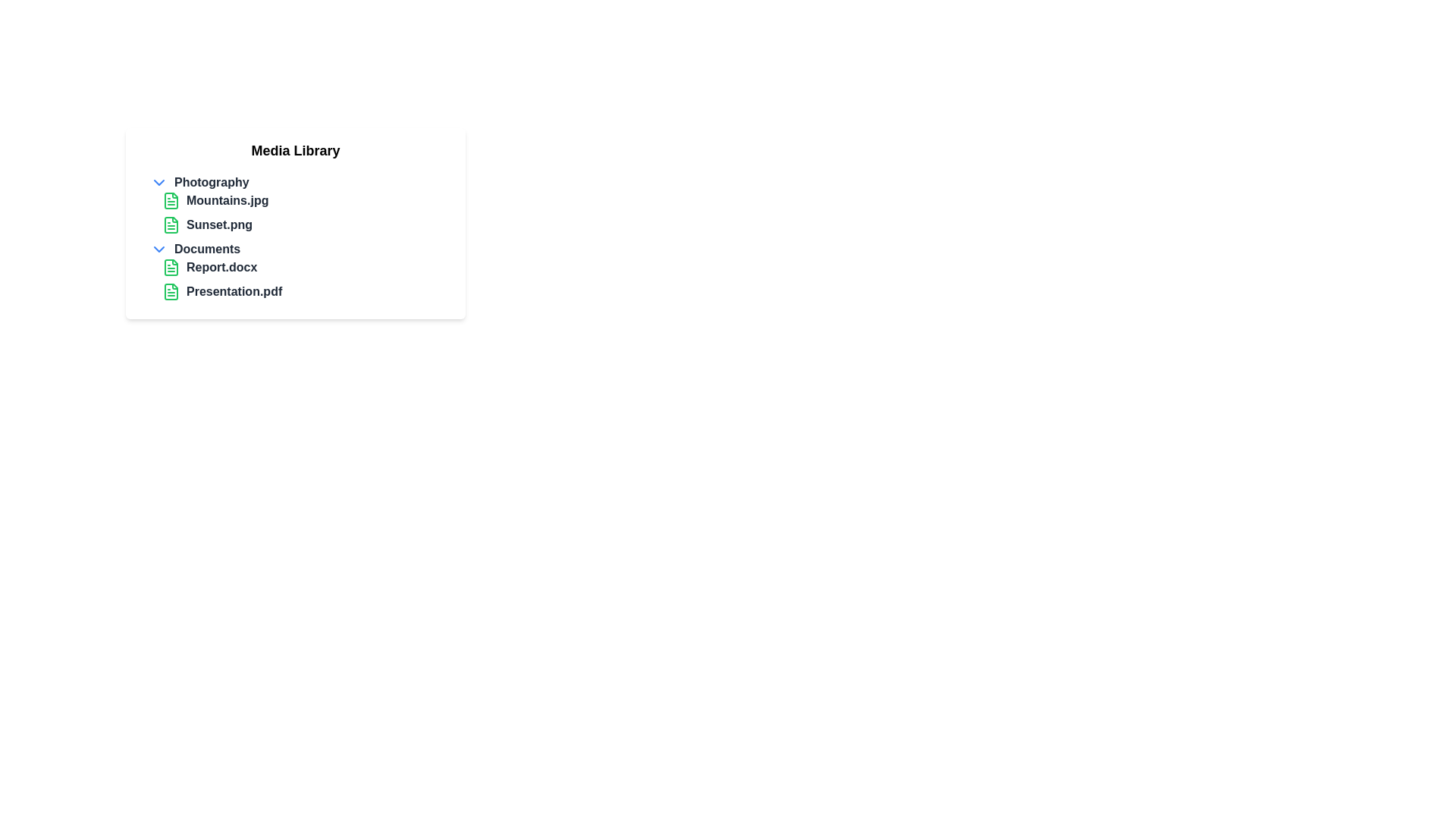 The height and width of the screenshot is (819, 1456). What do you see at coordinates (159, 181) in the screenshot?
I see `the chevron-down icon with a blue outline located to the left of the 'Photography' label` at bounding box center [159, 181].